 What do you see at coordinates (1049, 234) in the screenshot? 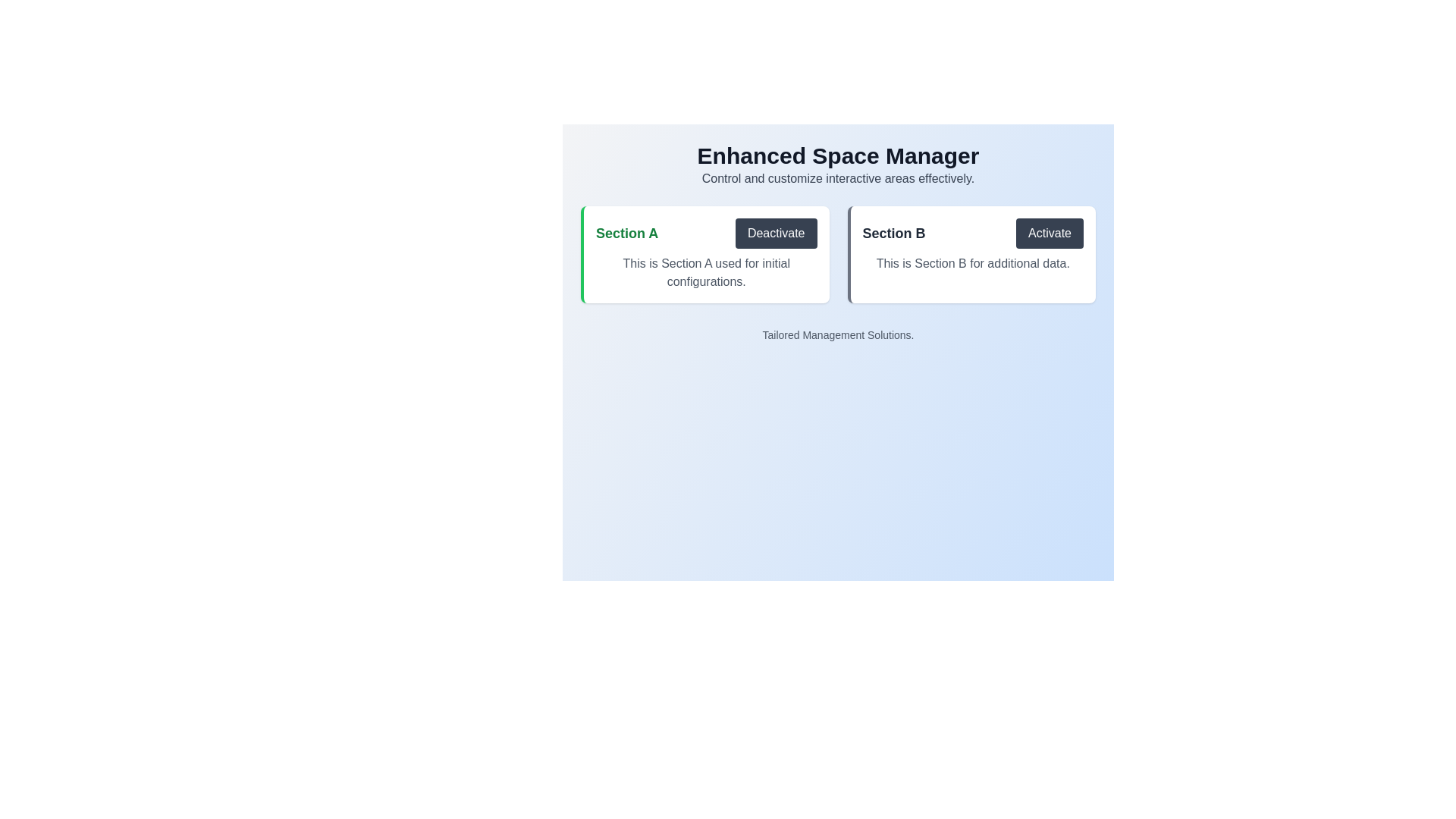
I see `the 'Activate' button located in the top-right of 'Section B', which has a dark gray background and white text` at bounding box center [1049, 234].